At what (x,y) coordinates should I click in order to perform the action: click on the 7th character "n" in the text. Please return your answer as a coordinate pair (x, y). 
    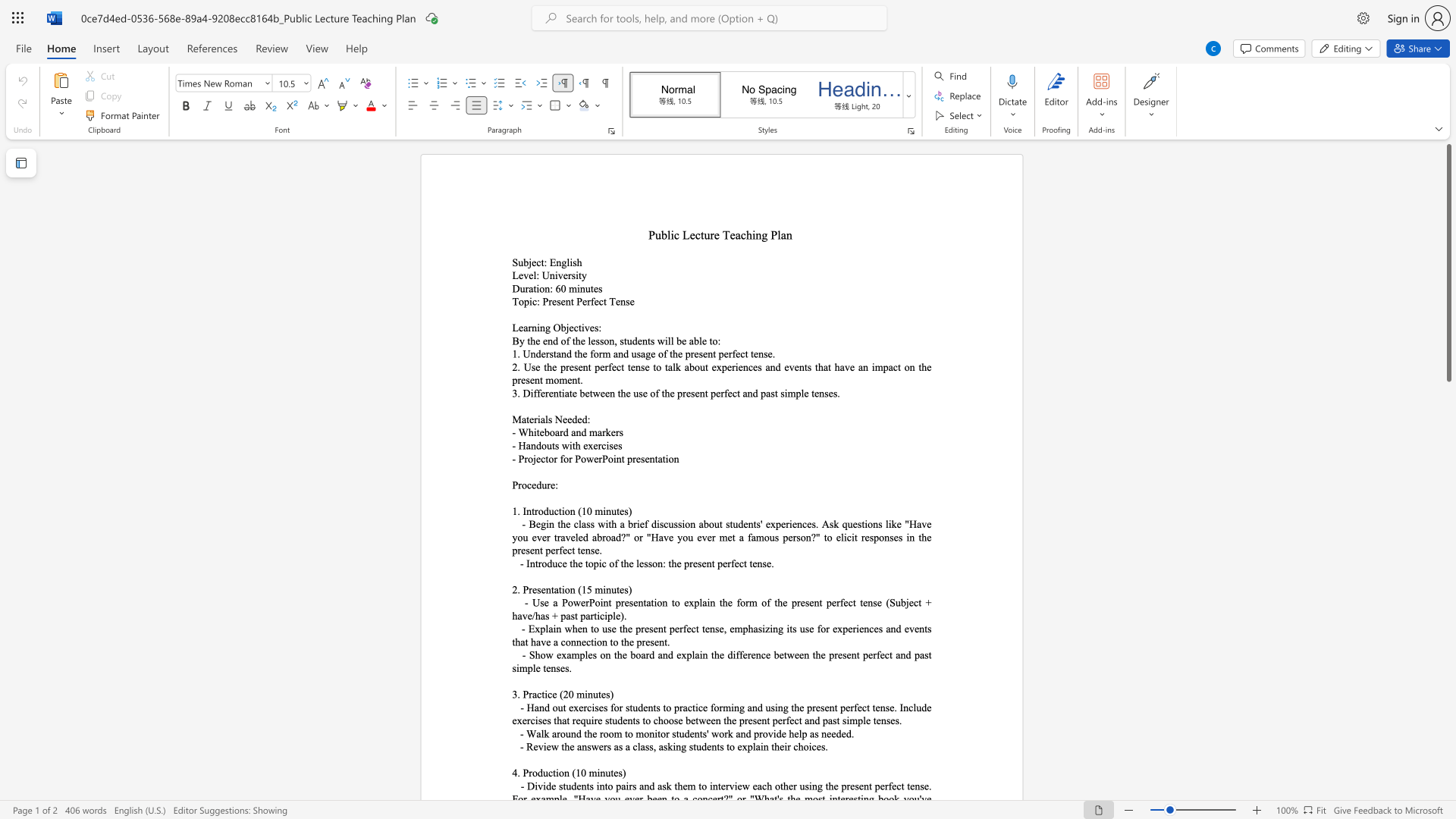
    Looking at the image, I should click on (902, 654).